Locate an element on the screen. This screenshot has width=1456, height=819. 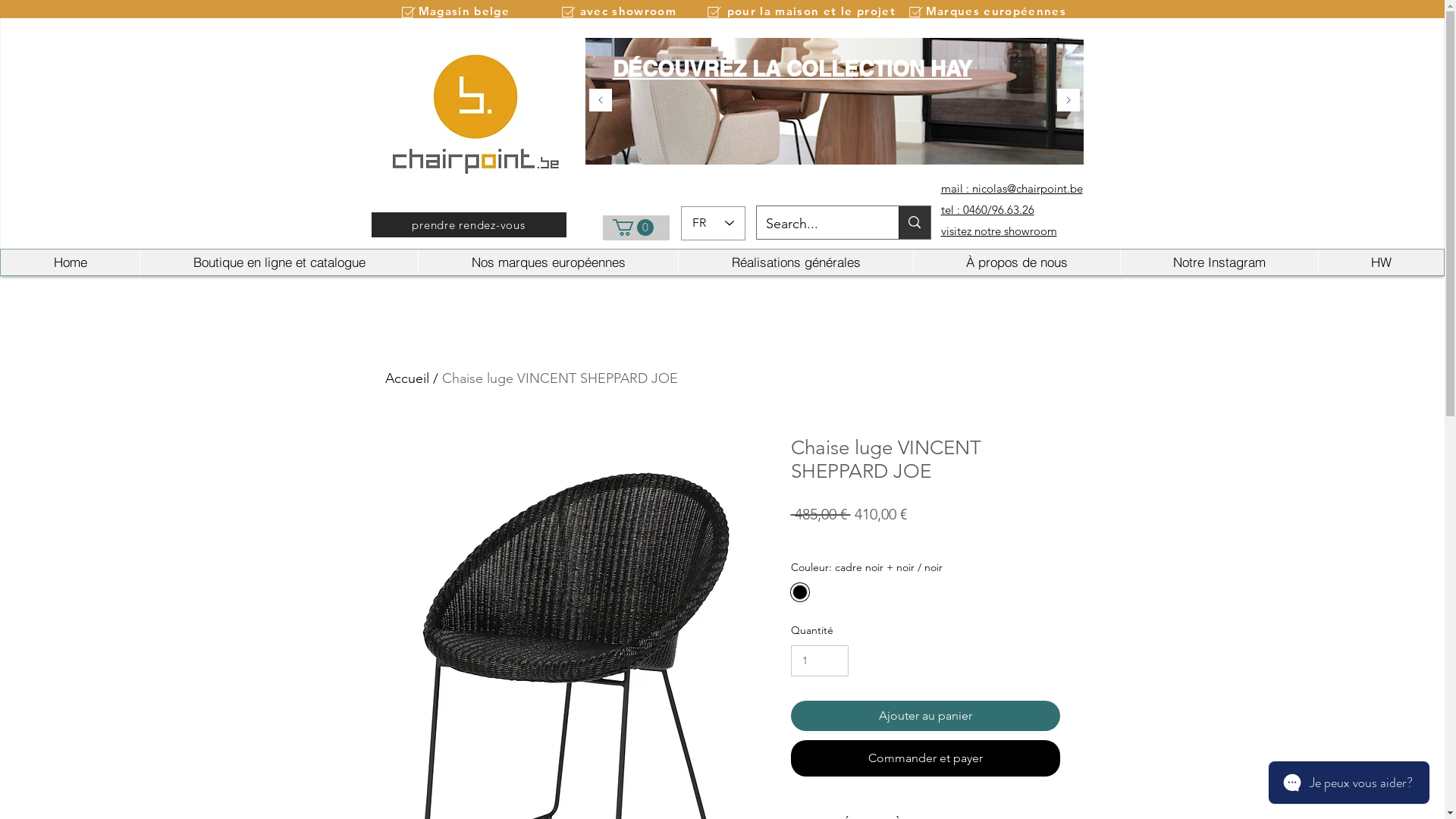
'mail : nicolas@chairpoint.be' is located at coordinates (939, 187).